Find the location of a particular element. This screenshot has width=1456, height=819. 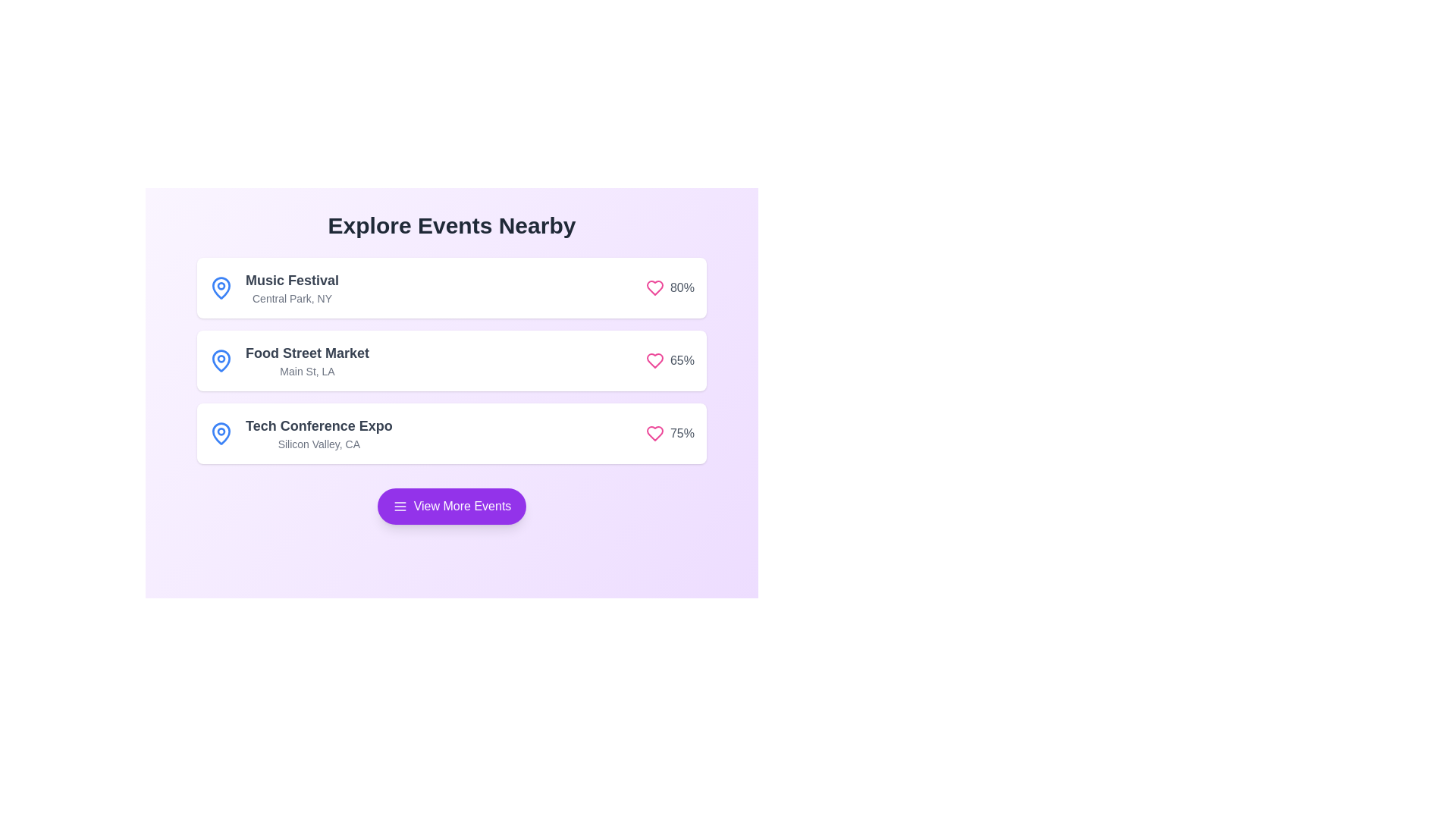

text displayed in the 'Music Festival' text block, which includes the title and subtitle located on the right side of the blue map pin icon in the first row of the event list is located at coordinates (292, 288).